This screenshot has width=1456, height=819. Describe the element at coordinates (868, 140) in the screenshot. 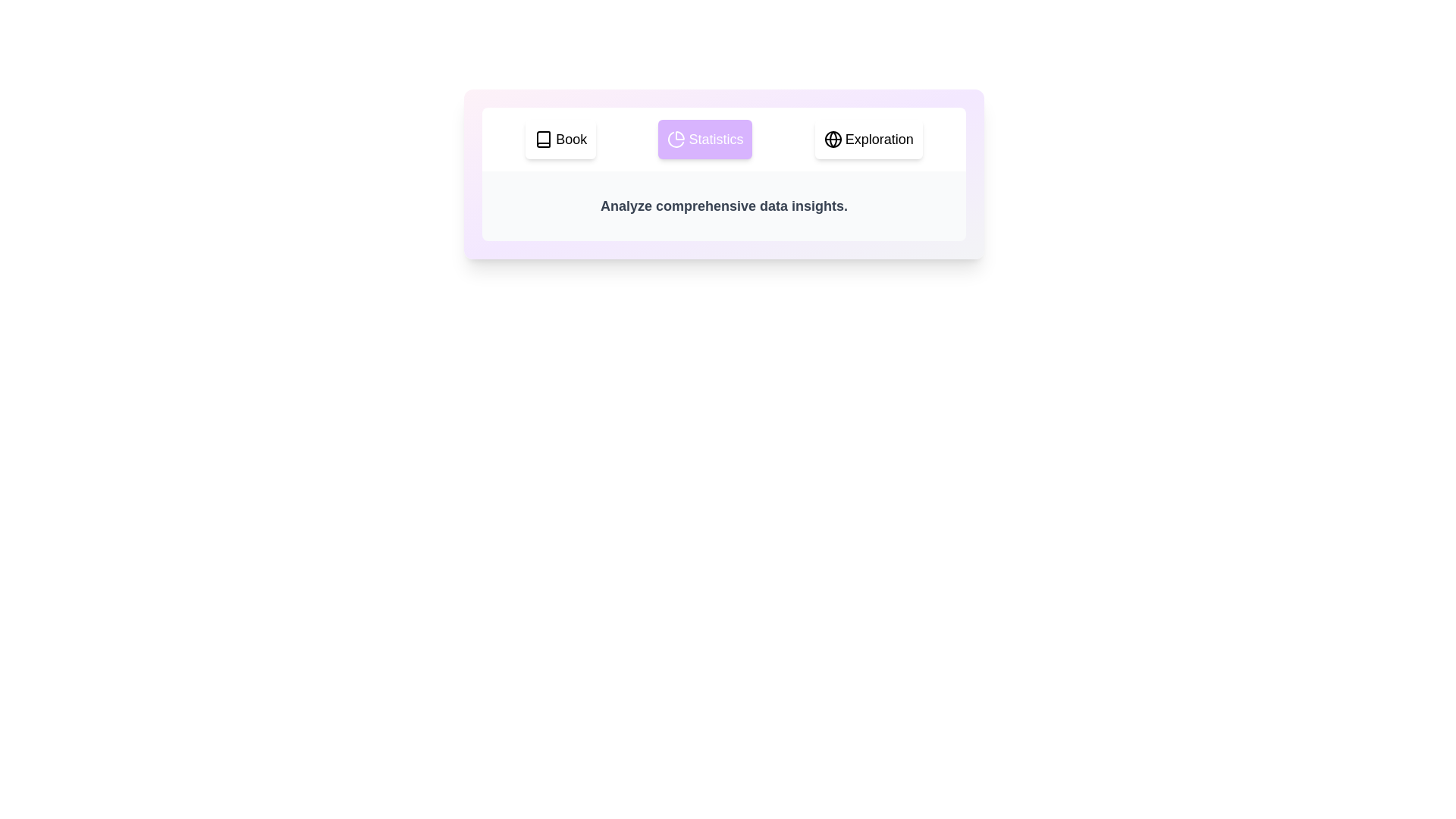

I see `the tab labeled Exploration` at that location.